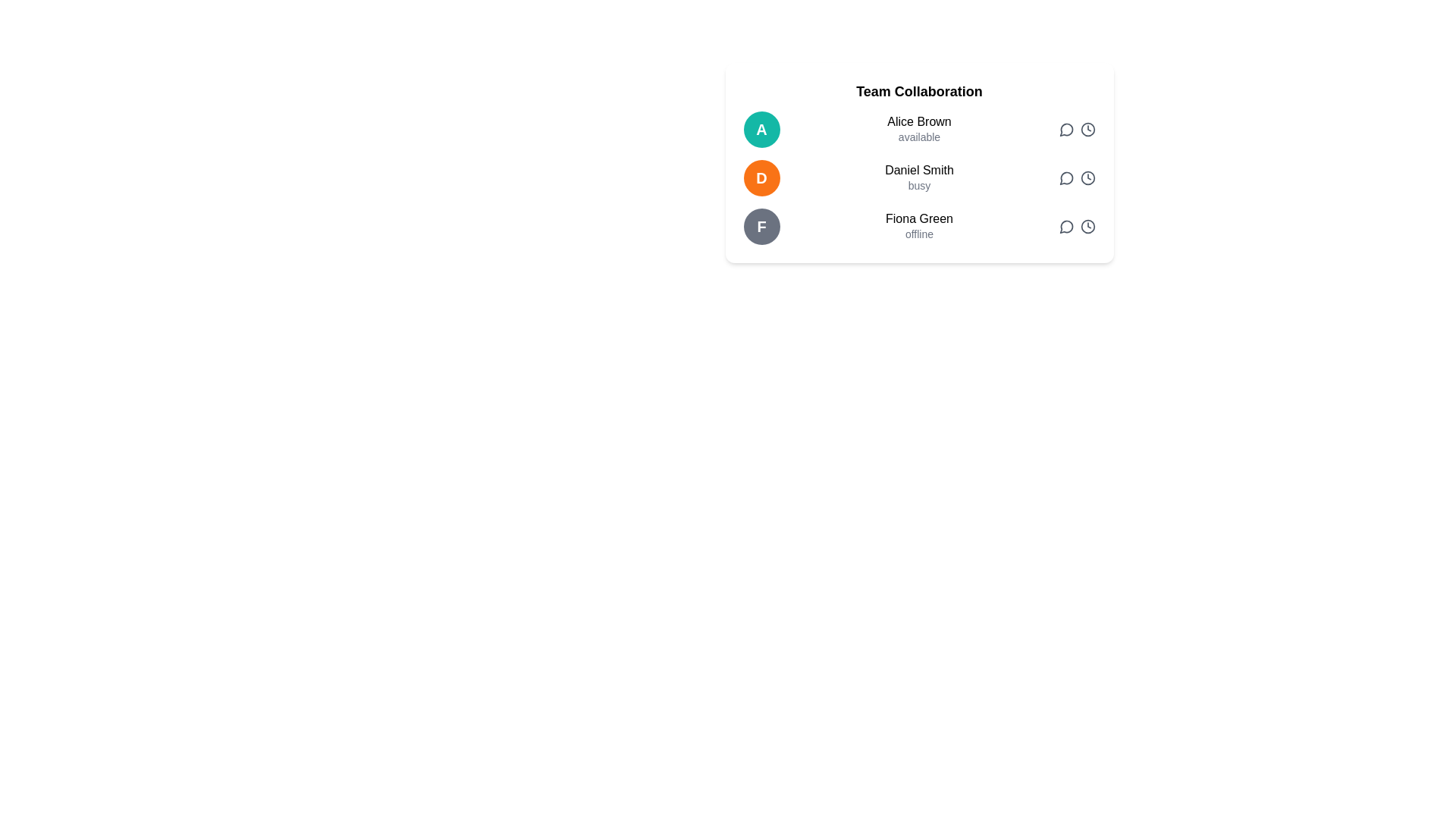 The width and height of the screenshot is (1456, 819). What do you see at coordinates (1065, 227) in the screenshot?
I see `the circular speech bubble icon button located in the 'Team Collaboration' section, specifically for 'Fiona Green', to enable keyboard interaction` at bounding box center [1065, 227].